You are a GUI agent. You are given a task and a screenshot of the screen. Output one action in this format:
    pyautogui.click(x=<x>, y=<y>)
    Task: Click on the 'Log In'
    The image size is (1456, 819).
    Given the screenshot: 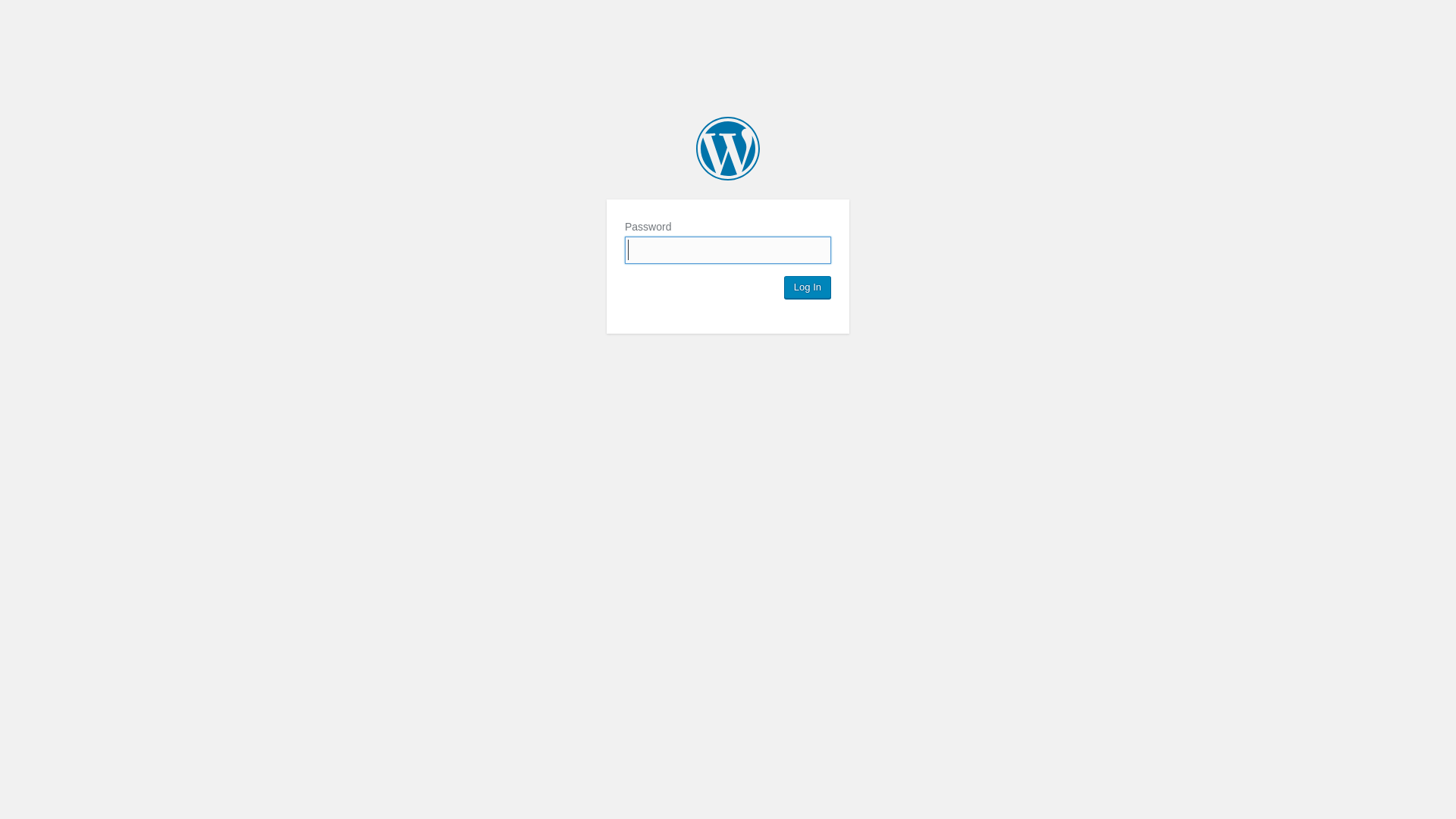 What is the action you would take?
    pyautogui.click(x=807, y=287)
    